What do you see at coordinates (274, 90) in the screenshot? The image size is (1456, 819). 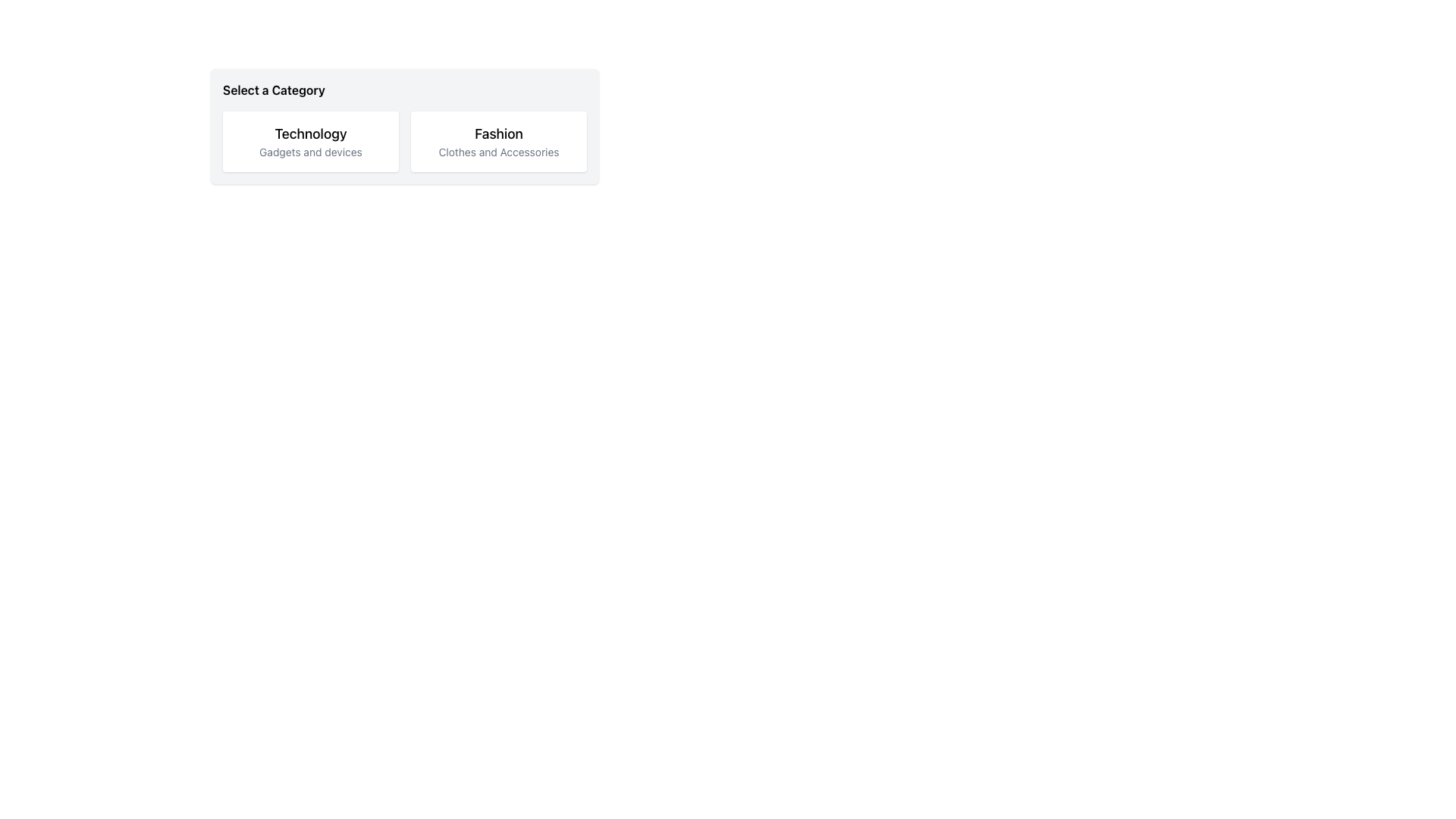 I see `the static header text label that instructs the user to choose a category, located above the category cards for 'Technology' and 'Fashion'` at bounding box center [274, 90].